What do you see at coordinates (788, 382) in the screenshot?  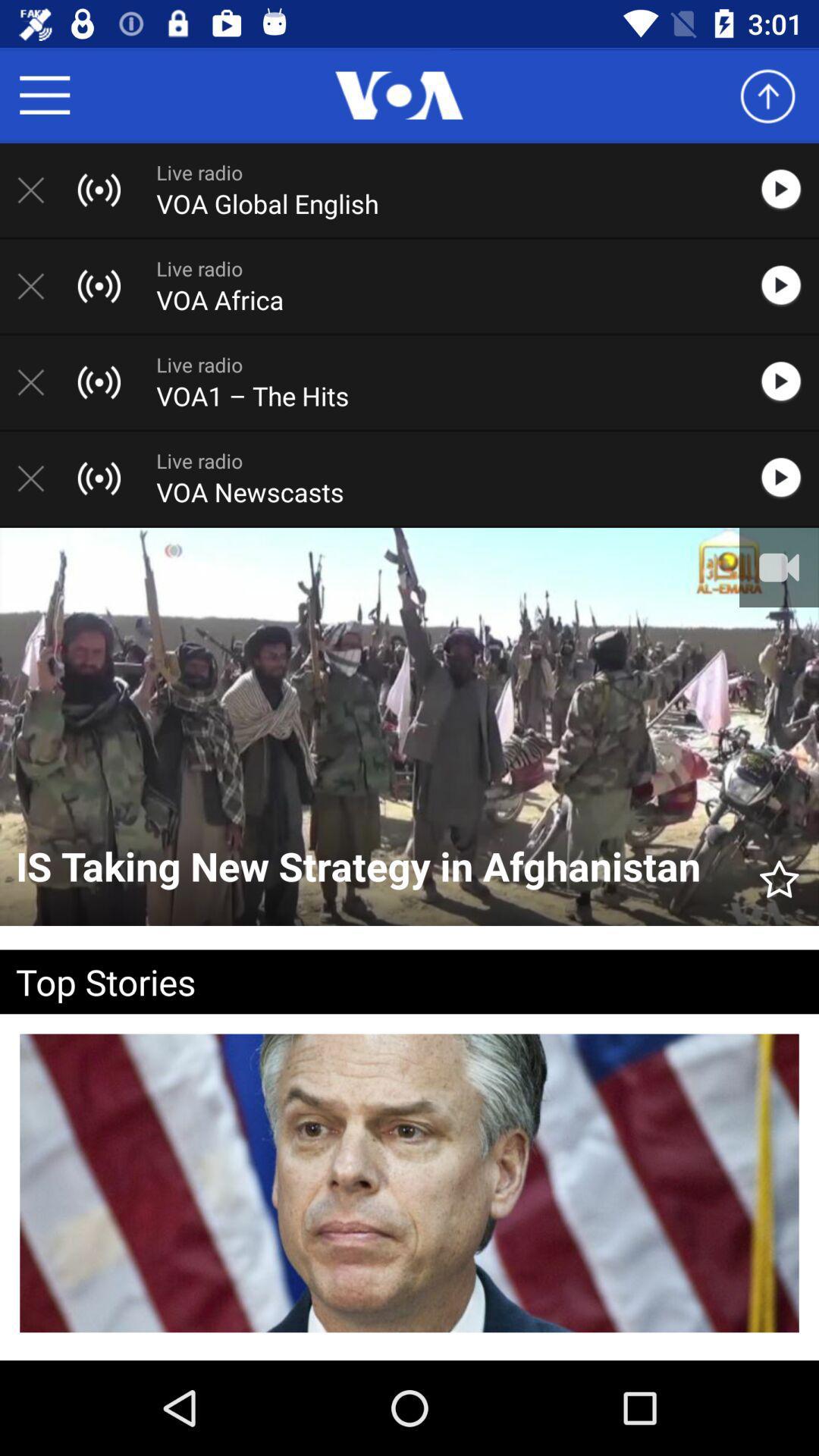 I see `video` at bounding box center [788, 382].